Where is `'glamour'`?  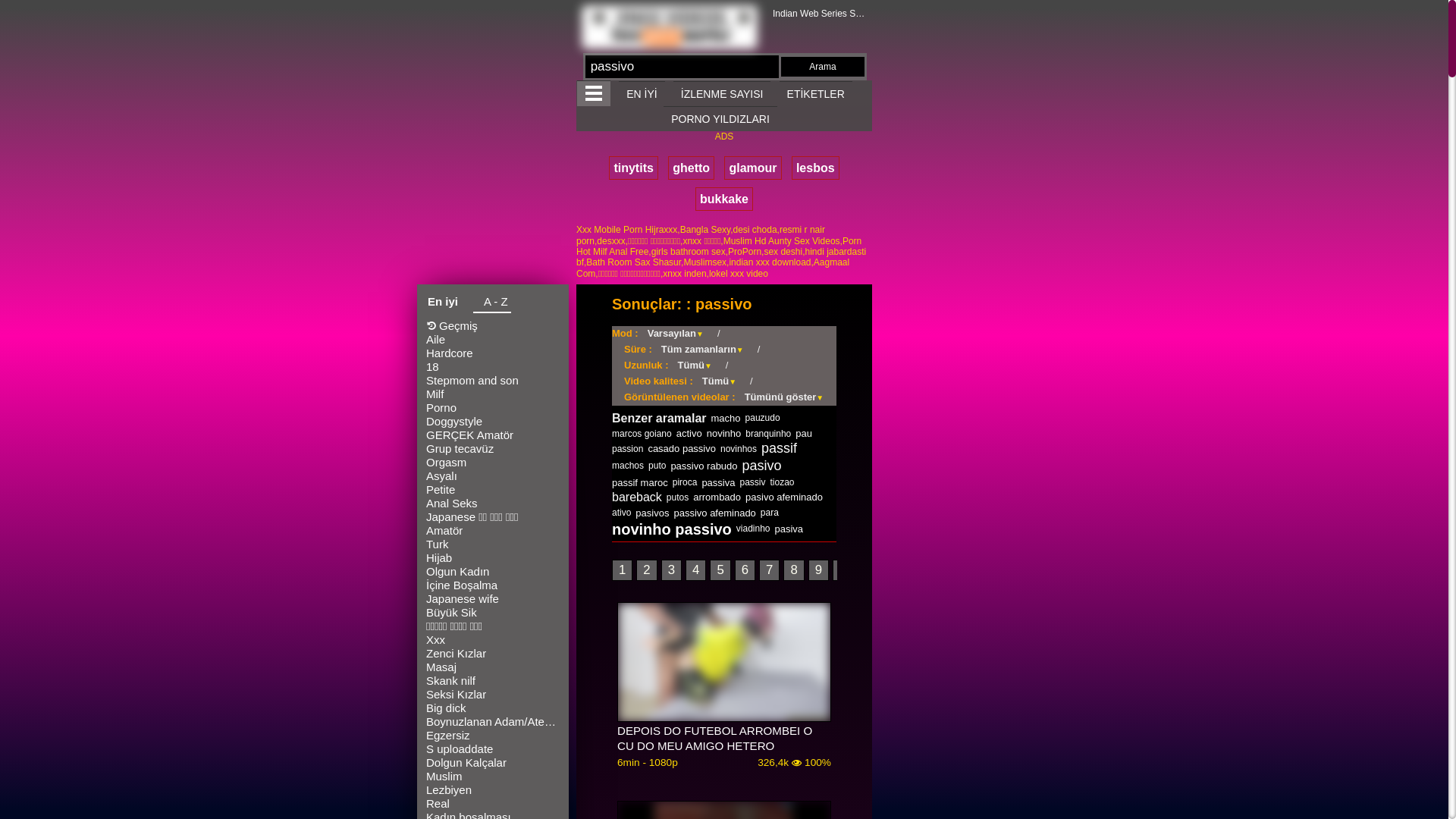
'glamour' is located at coordinates (752, 168).